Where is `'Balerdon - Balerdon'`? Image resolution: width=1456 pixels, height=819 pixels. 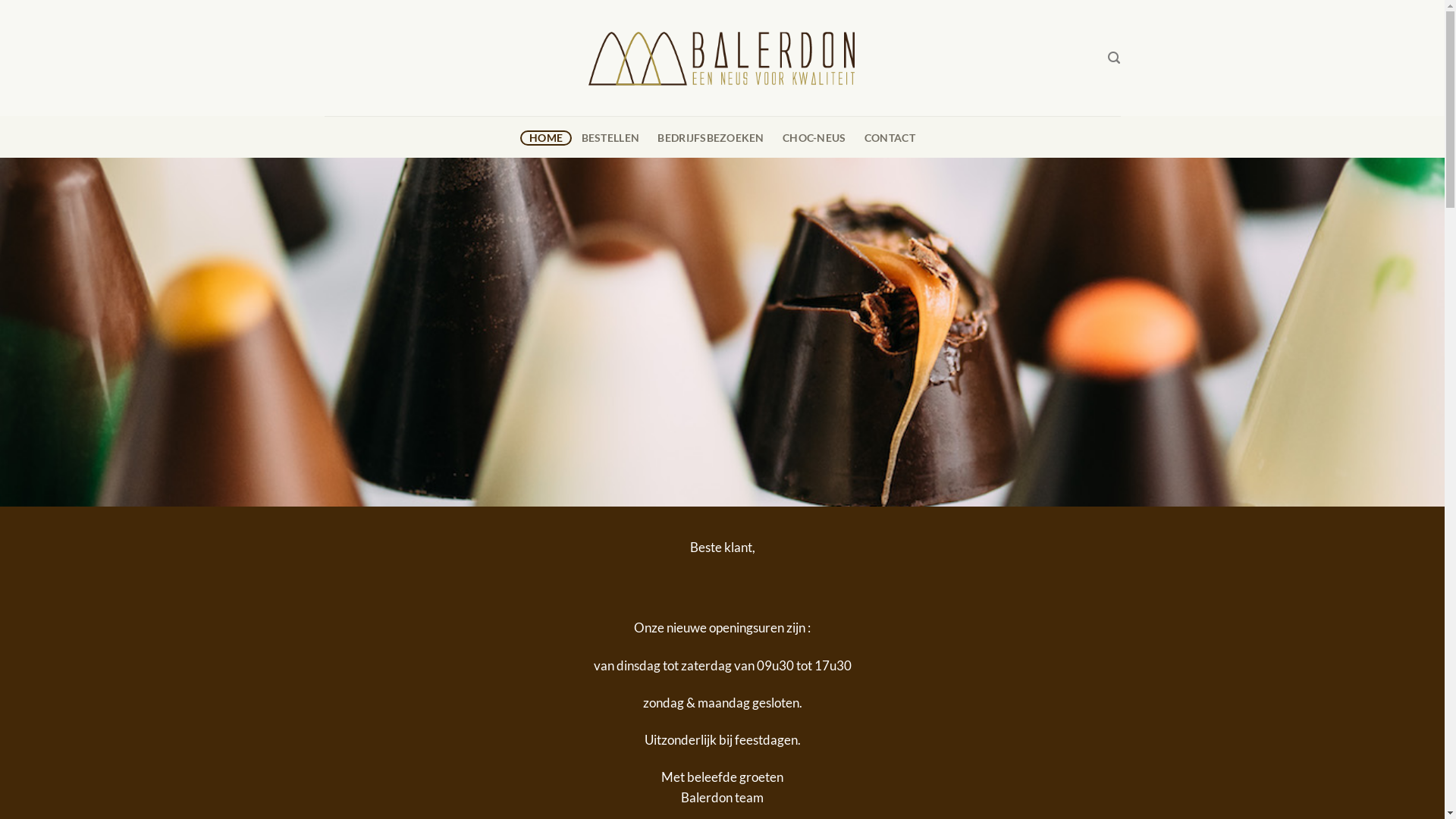
'Balerdon - Balerdon' is located at coordinates (722, 57).